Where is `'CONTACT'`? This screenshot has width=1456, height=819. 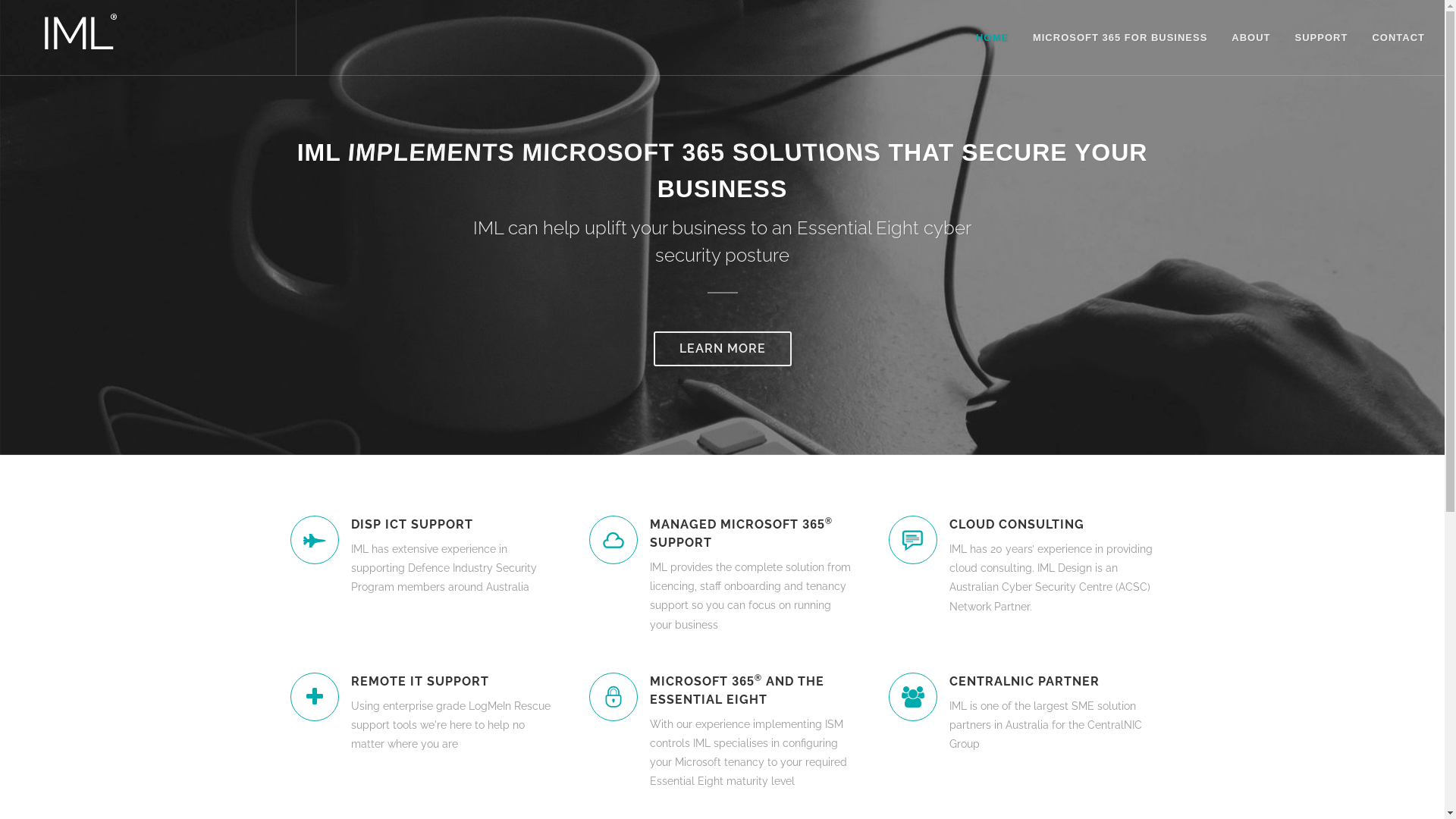 'CONTACT' is located at coordinates (1397, 37).